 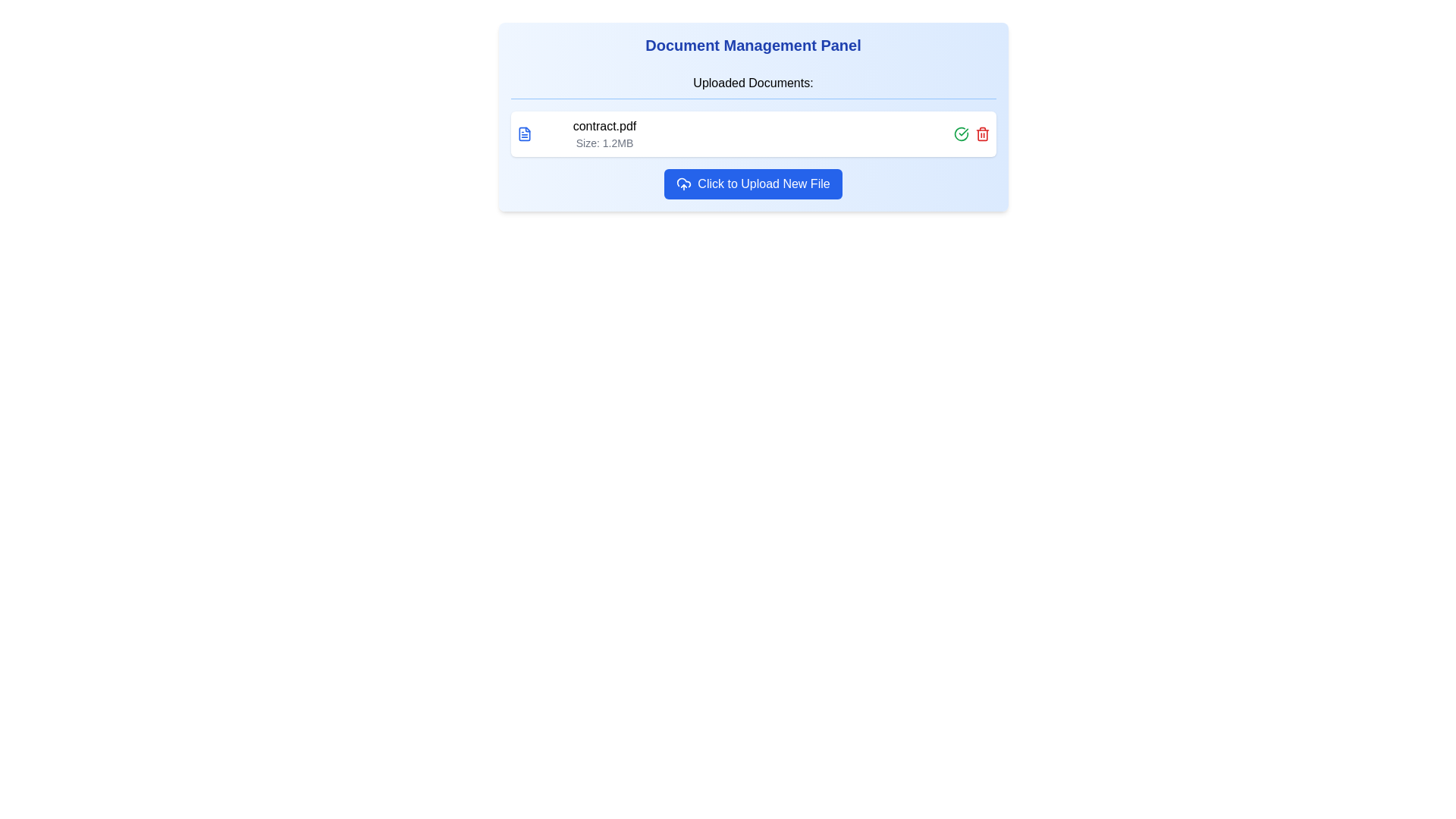 What do you see at coordinates (971, 133) in the screenshot?
I see `the green checkmark icon in the icon group located at the top-right corner of the panel displaying document details to confirm` at bounding box center [971, 133].